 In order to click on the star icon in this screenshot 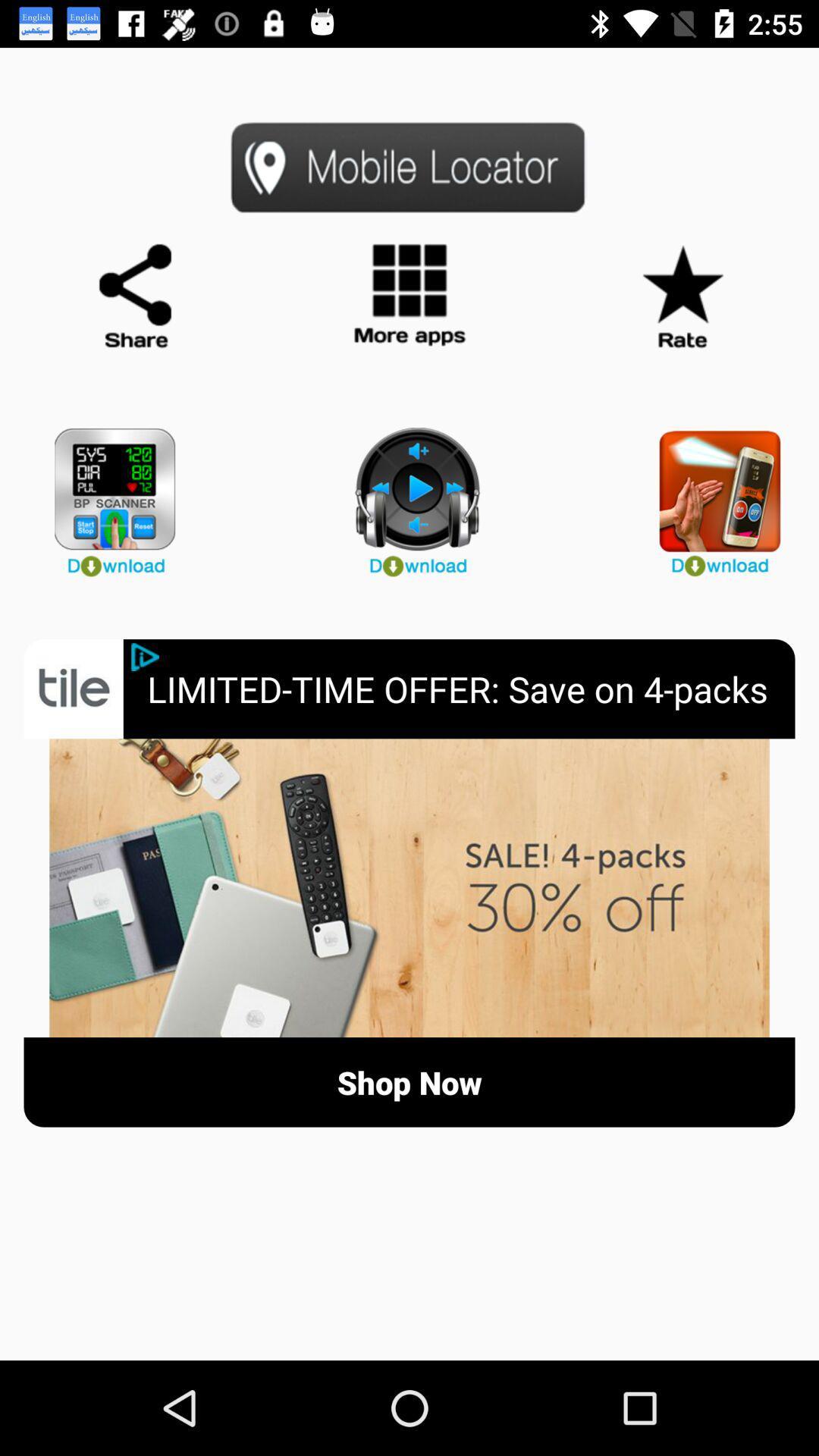, I will do `click(681, 297)`.